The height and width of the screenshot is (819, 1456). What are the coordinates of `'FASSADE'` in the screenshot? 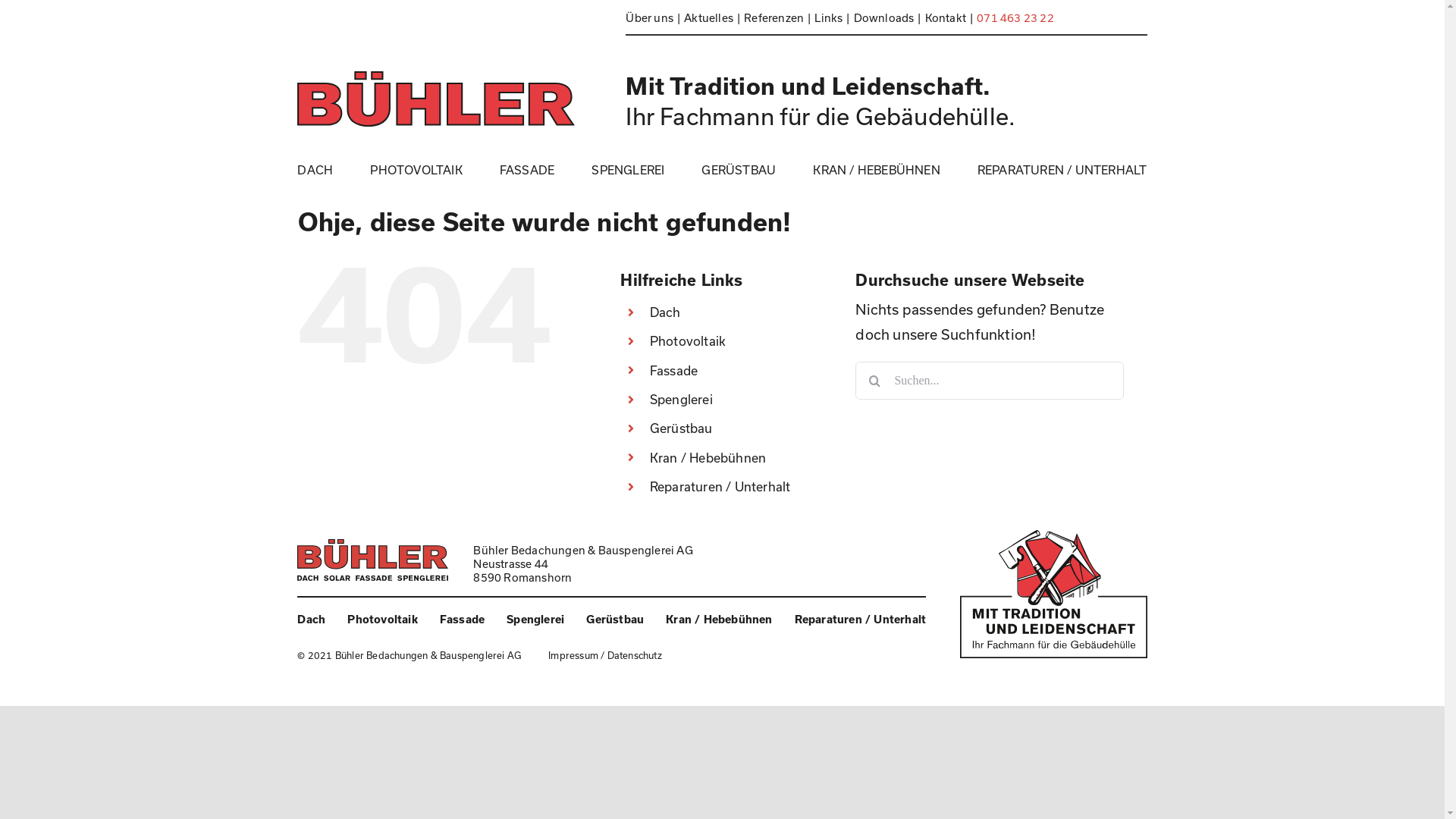 It's located at (527, 169).